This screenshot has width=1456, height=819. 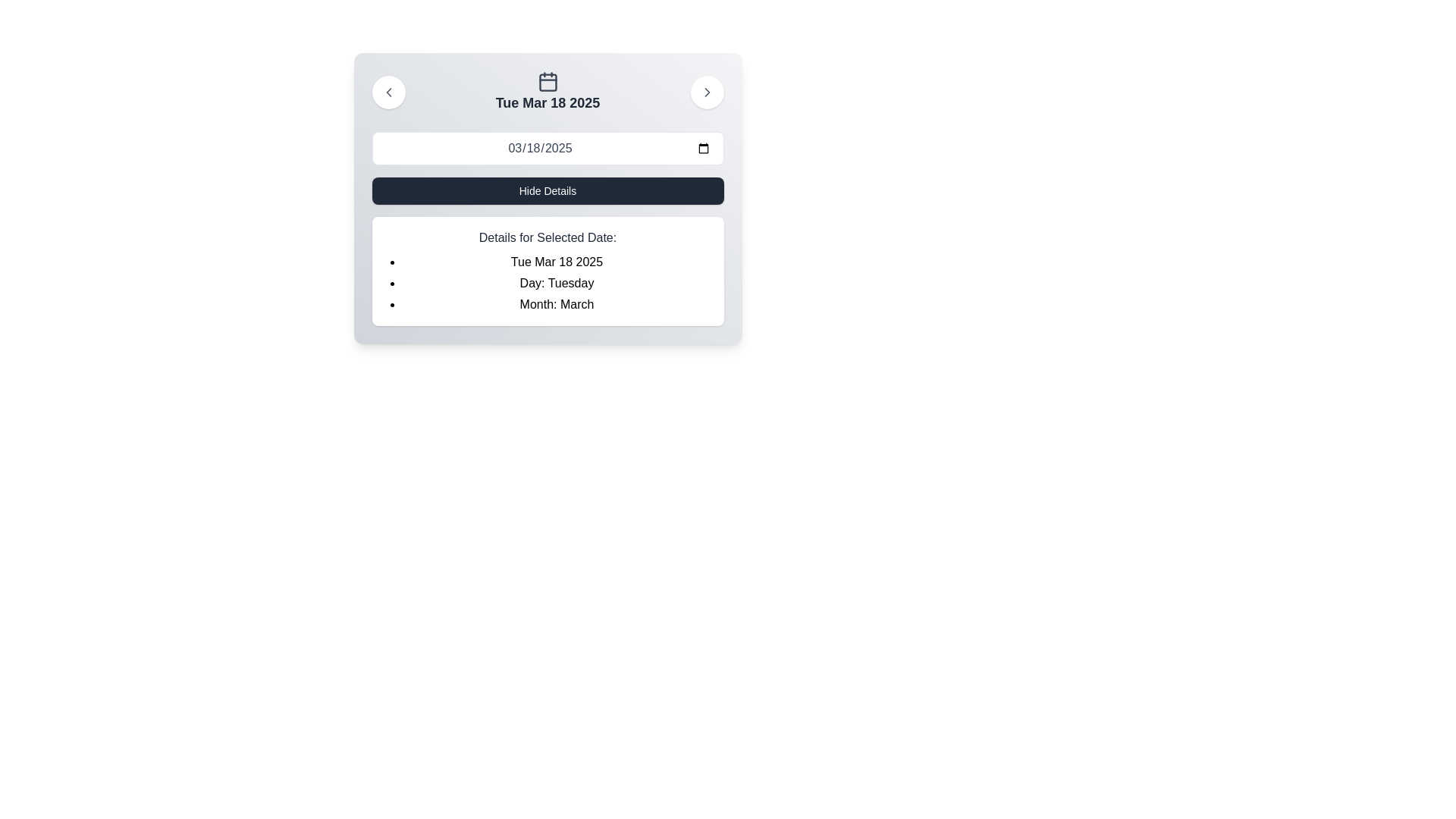 What do you see at coordinates (556, 284) in the screenshot?
I see `the text label displaying 'Day: Tuesday' which is the second item in the unordered list, located below the heading 'Details for Selected Date:'` at bounding box center [556, 284].